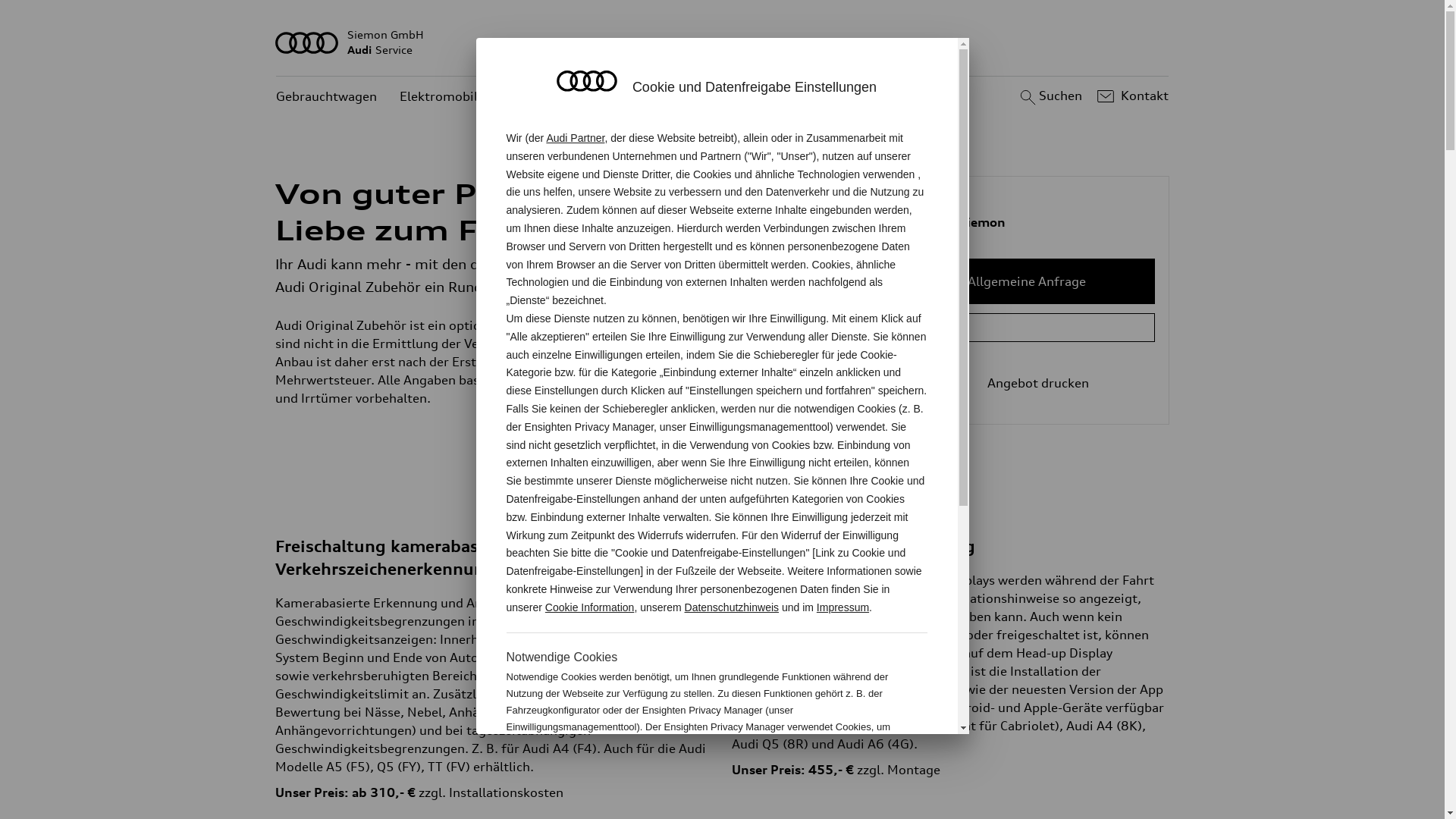  I want to click on 'Gebrauchtwagen', so click(325, 96).